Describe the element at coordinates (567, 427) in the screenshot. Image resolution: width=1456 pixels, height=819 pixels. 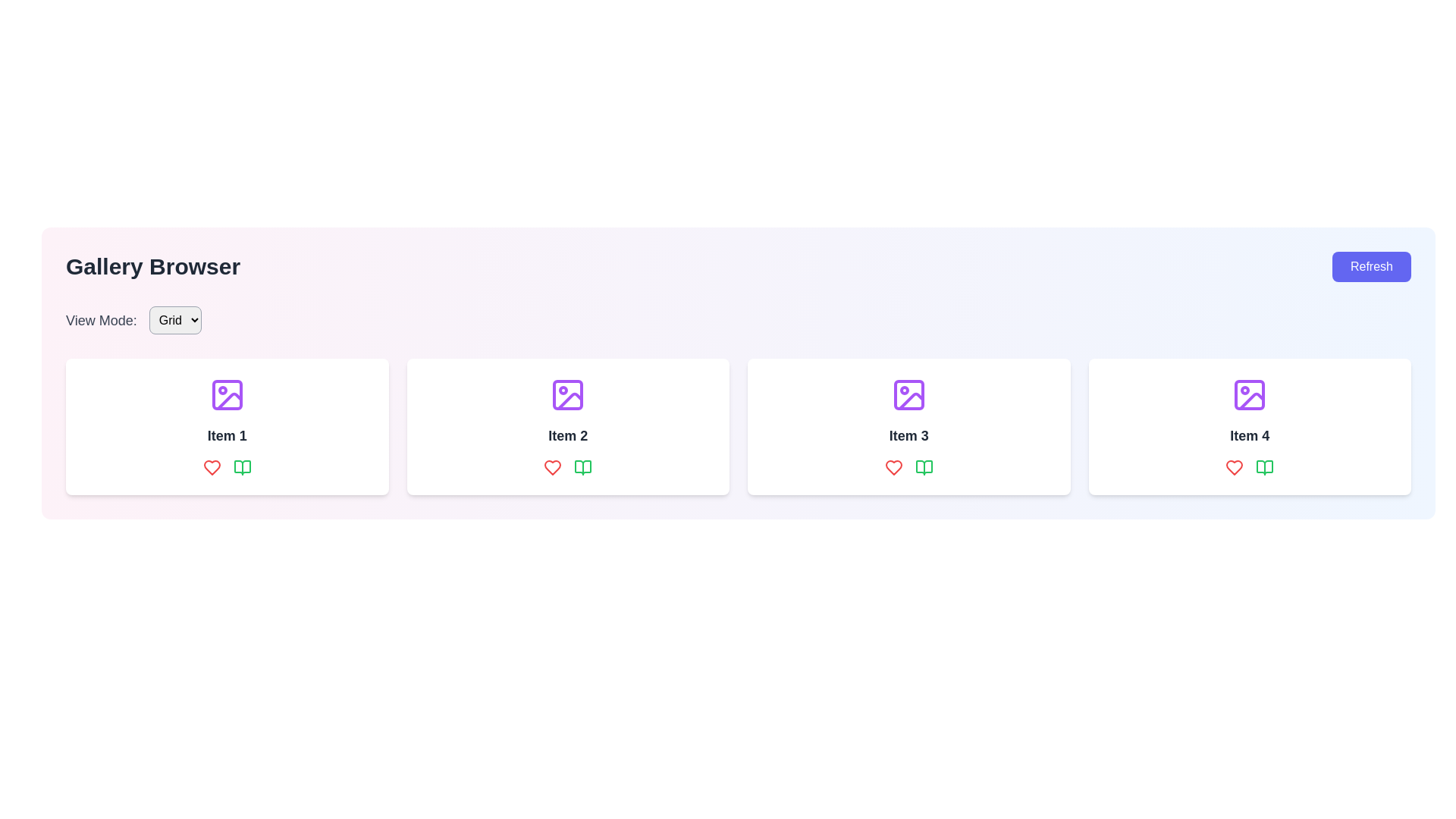
I see `the card component labeled 'Item 2', which features a purple icon at the top and contains a white background with rounded corners` at that location.